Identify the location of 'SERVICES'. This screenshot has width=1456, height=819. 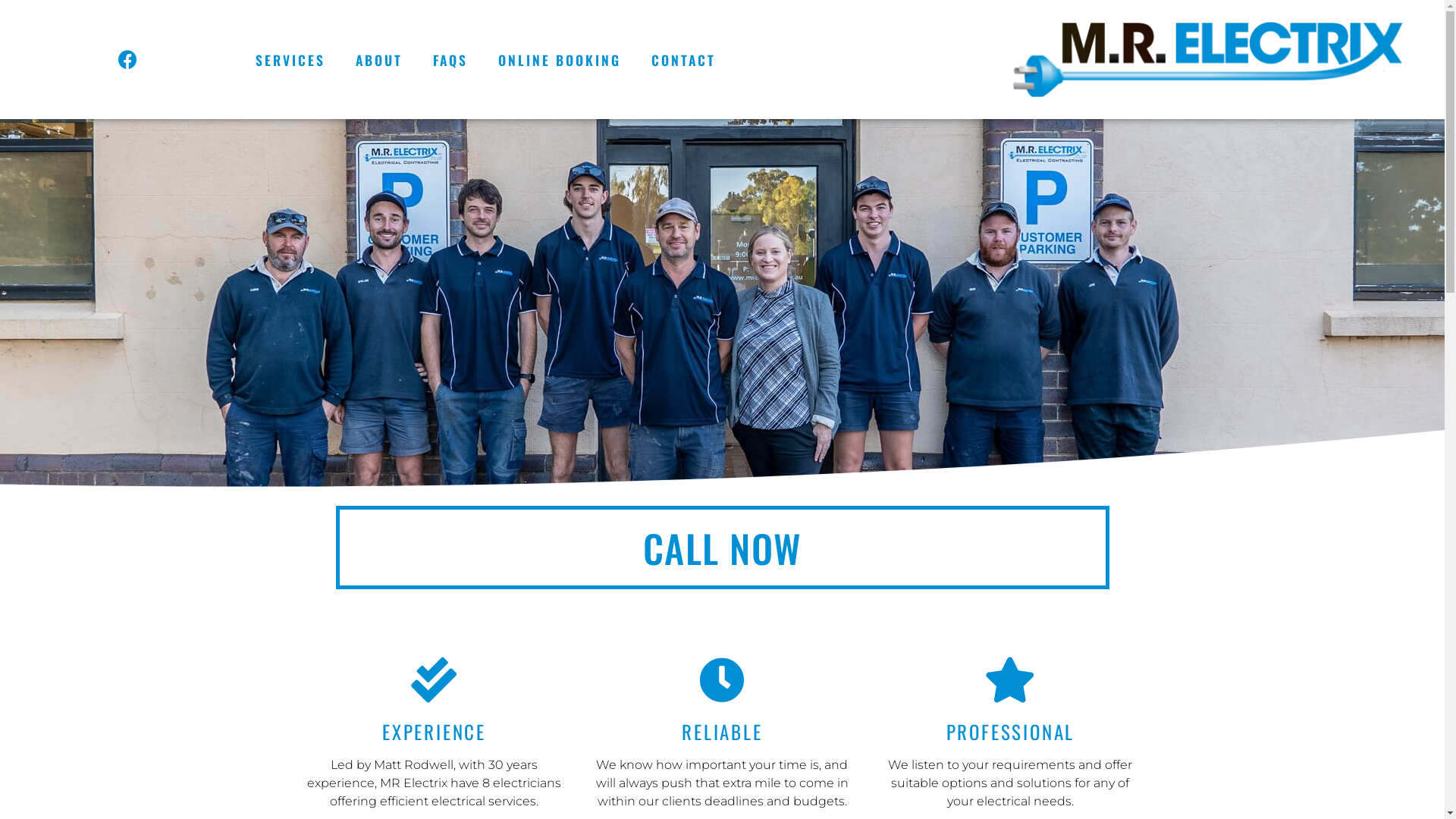
(290, 58).